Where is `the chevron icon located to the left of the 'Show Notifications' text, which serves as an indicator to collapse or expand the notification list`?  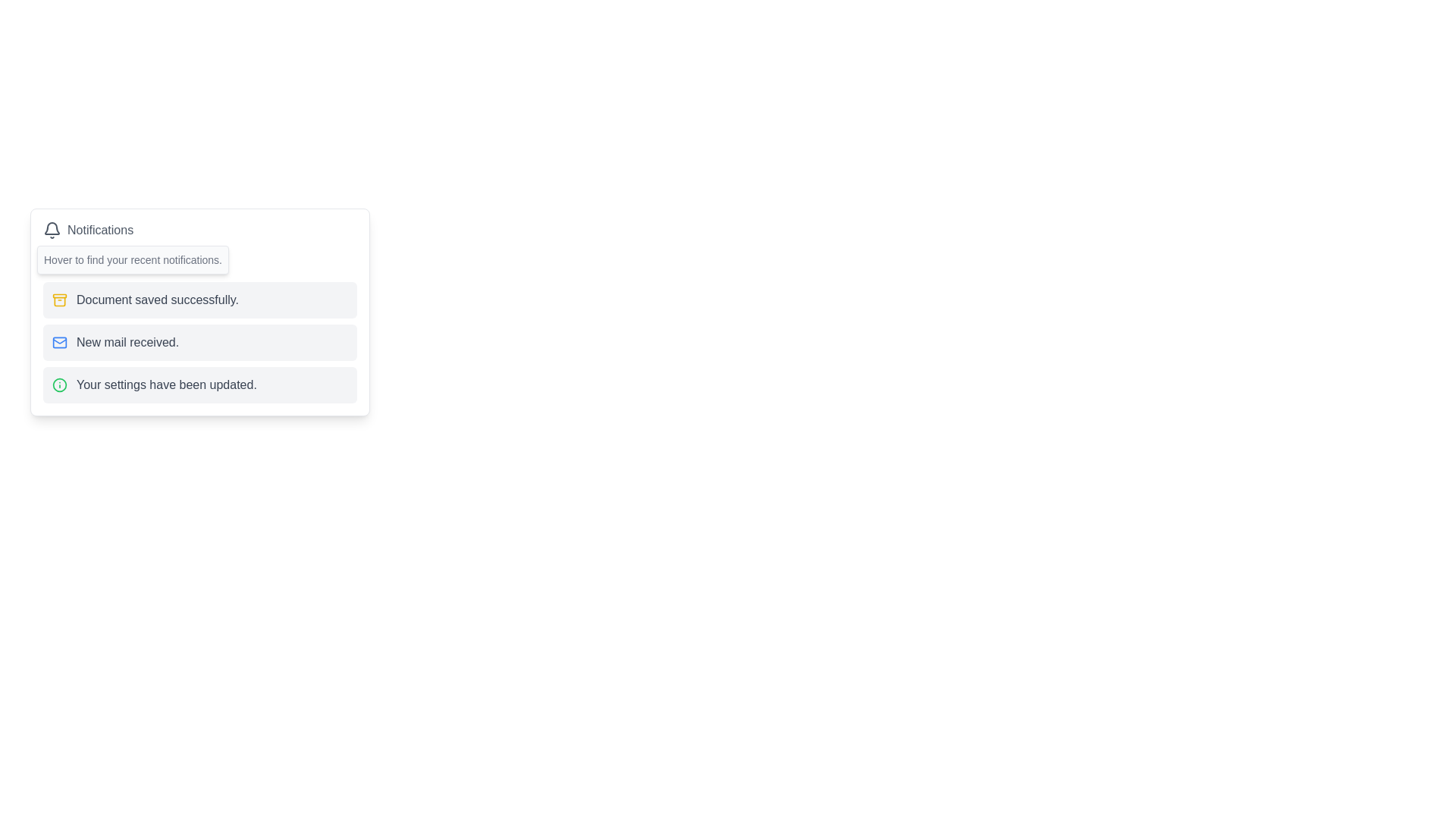 the chevron icon located to the left of the 'Show Notifications' text, which serves as an indicator to collapse or expand the notification list is located at coordinates (52, 259).